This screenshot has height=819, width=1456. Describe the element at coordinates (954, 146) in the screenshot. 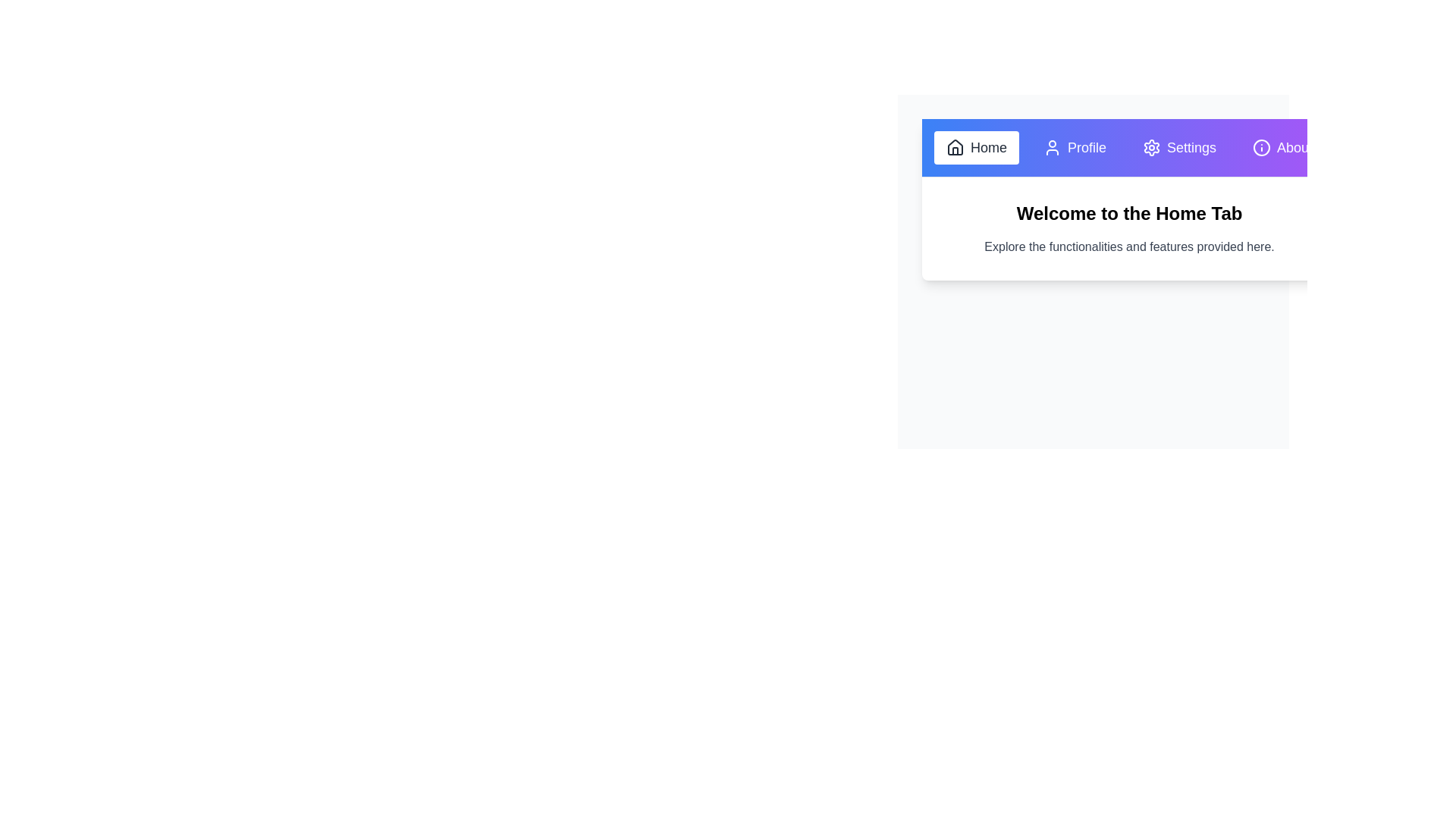

I see `the 'Home' icon in the navigation menu, which visually represents the home tab function and serves as an entry point to the main dashboard` at that location.